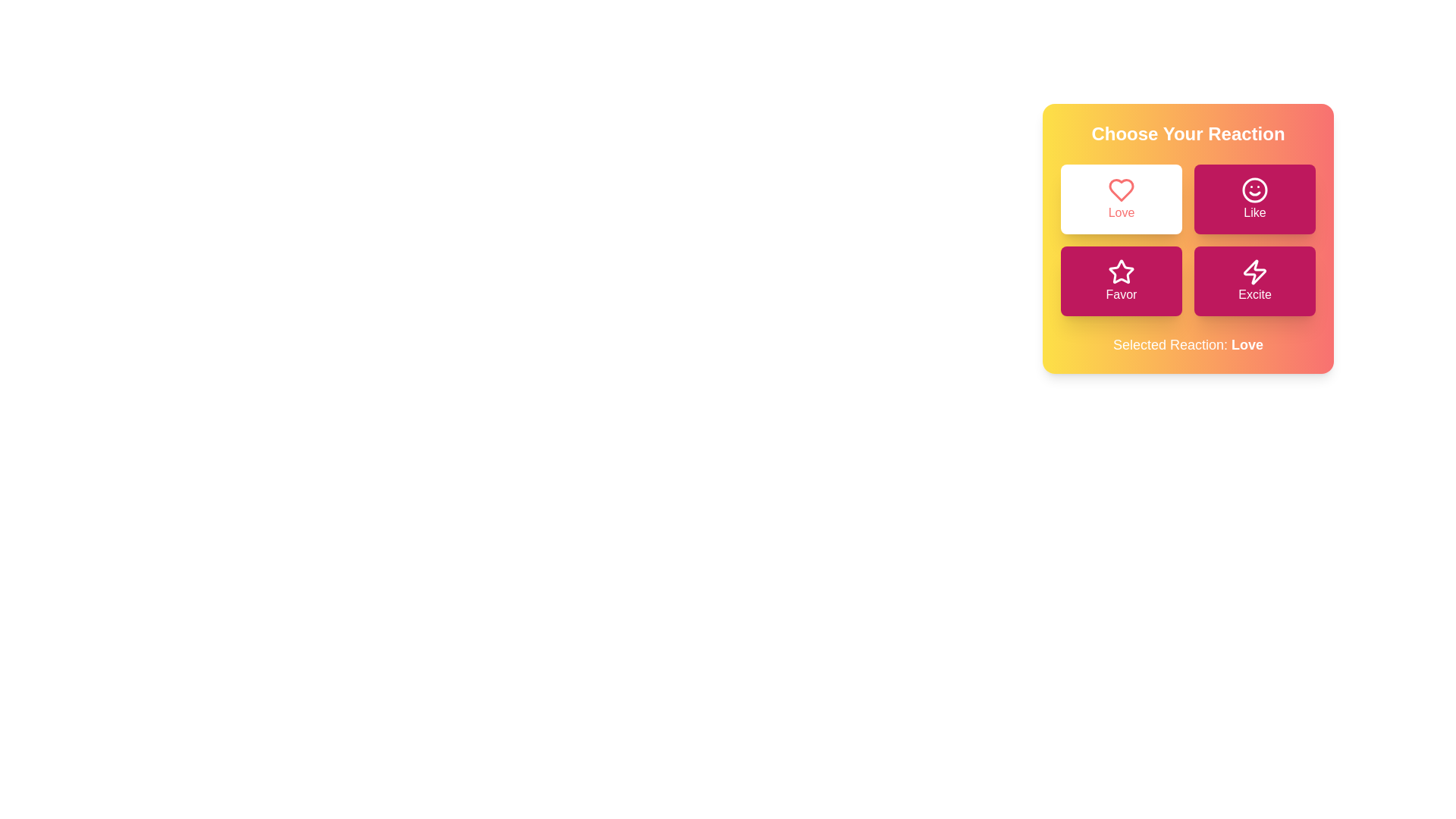 The height and width of the screenshot is (819, 1456). What do you see at coordinates (1121, 198) in the screenshot?
I see `the button corresponding to the reaction Love` at bounding box center [1121, 198].